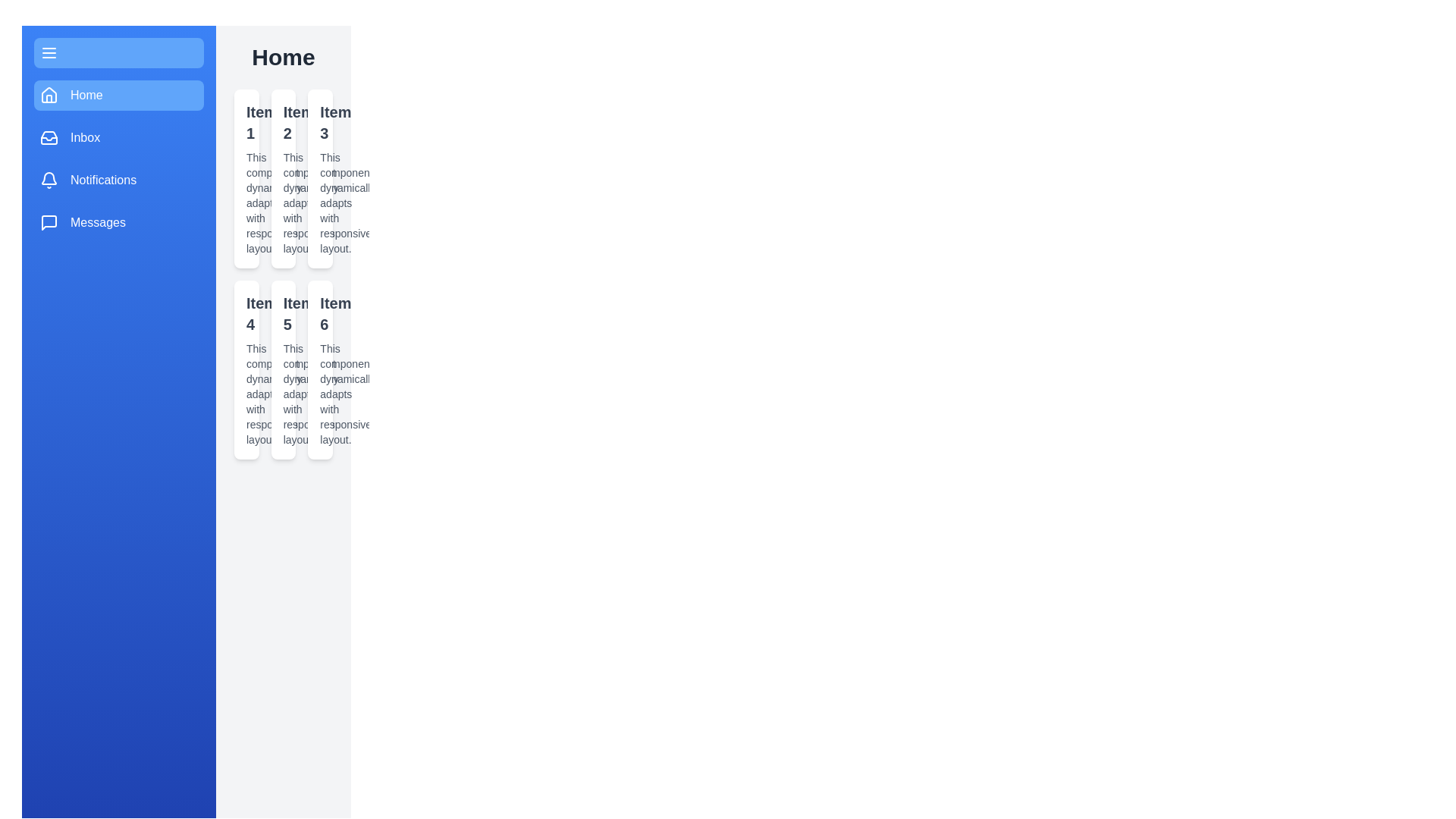 The width and height of the screenshot is (1456, 819). I want to click on the text block stating 'This component dynamically adapts with responsive layout.' located directly underneath the title 'Item 6', so click(319, 394).